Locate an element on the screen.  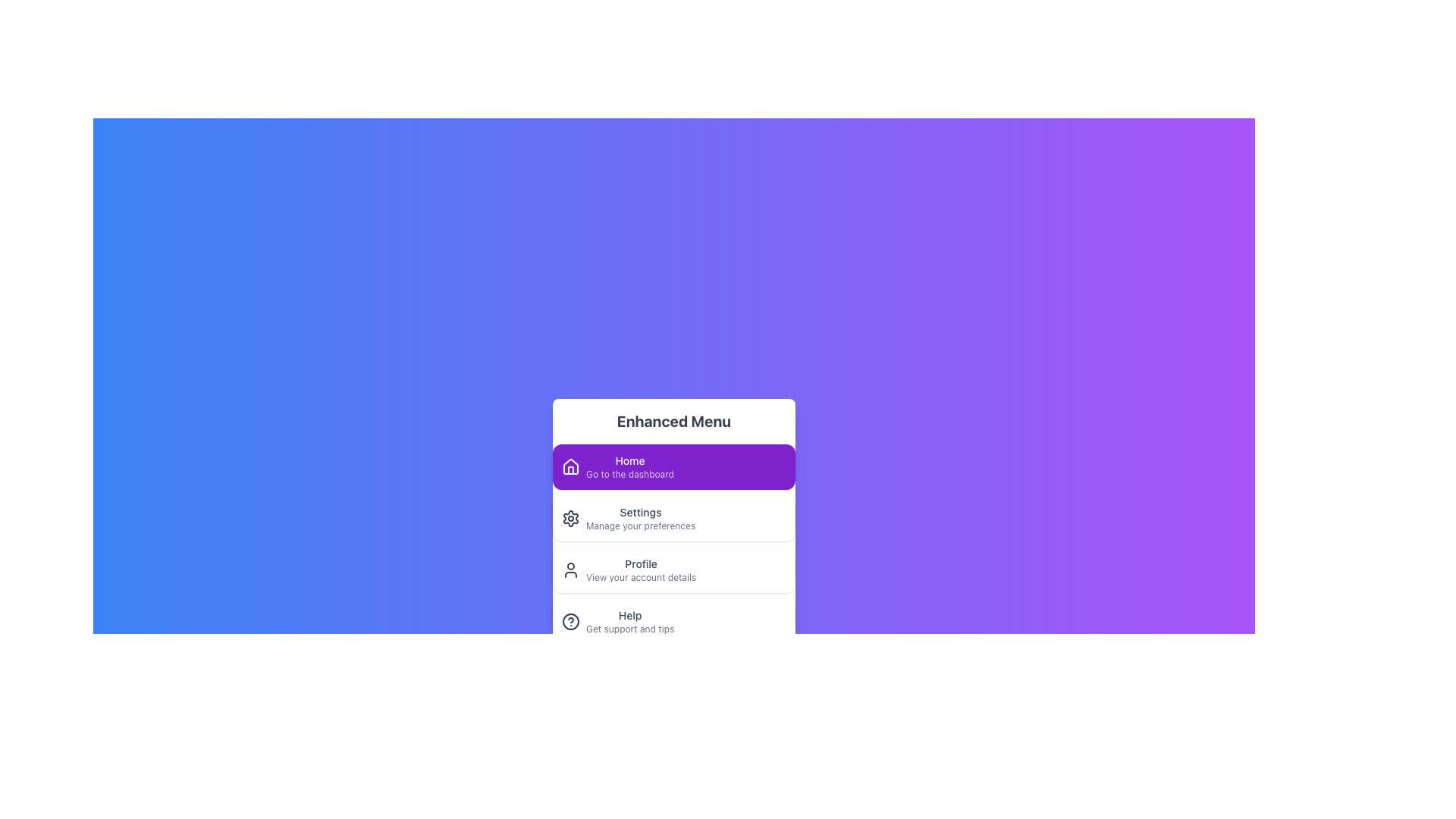
the 'Settings' Text Label located in the 'Enhanced Menu' is located at coordinates (641, 517).